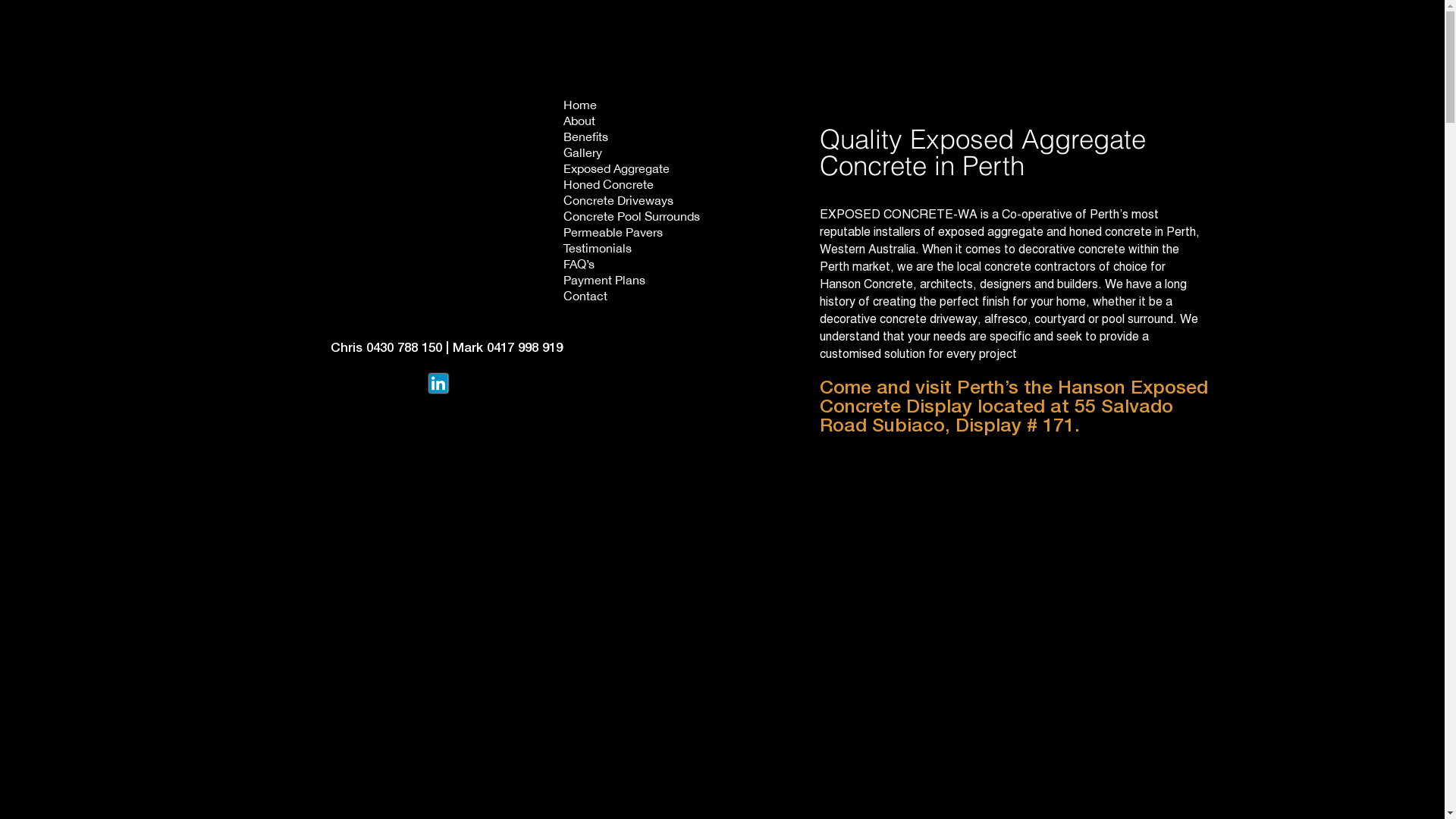 Image resolution: width=1456 pixels, height=819 pixels. What do you see at coordinates (632, 185) in the screenshot?
I see `'Honed Concrete'` at bounding box center [632, 185].